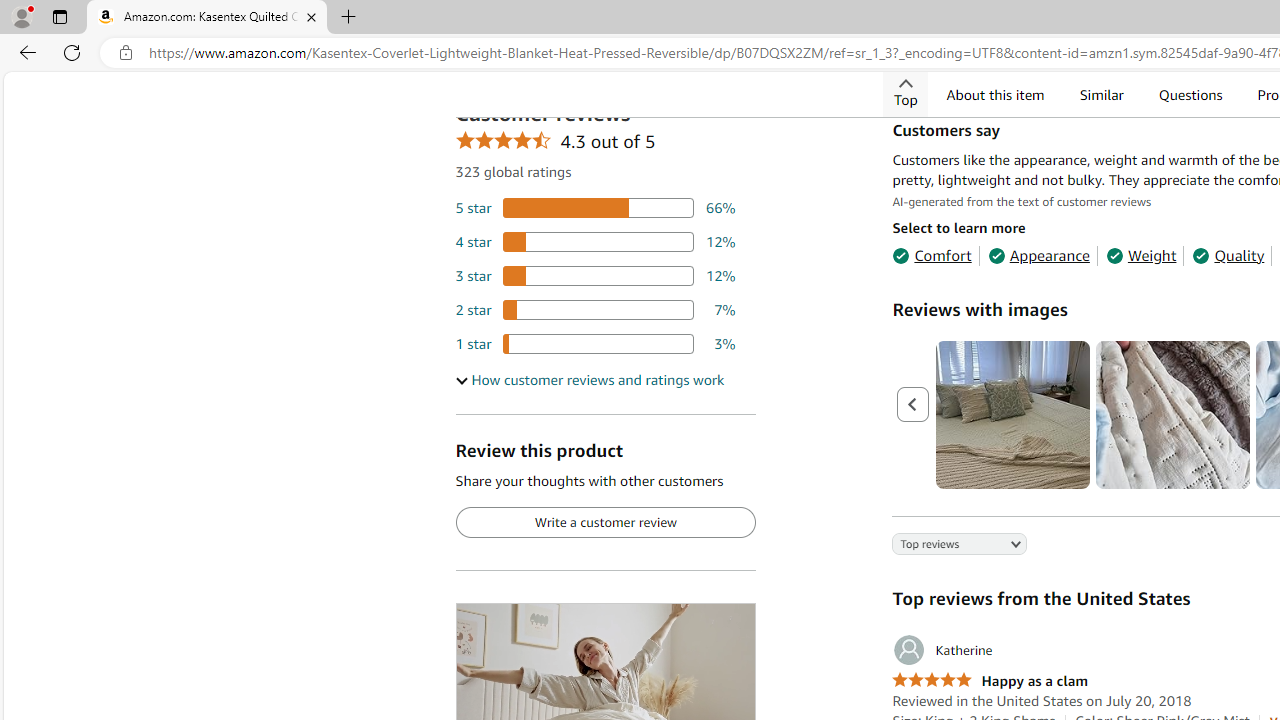 The width and height of the screenshot is (1280, 720). I want to click on '7 percent of reviews have 2 stars', so click(594, 309).